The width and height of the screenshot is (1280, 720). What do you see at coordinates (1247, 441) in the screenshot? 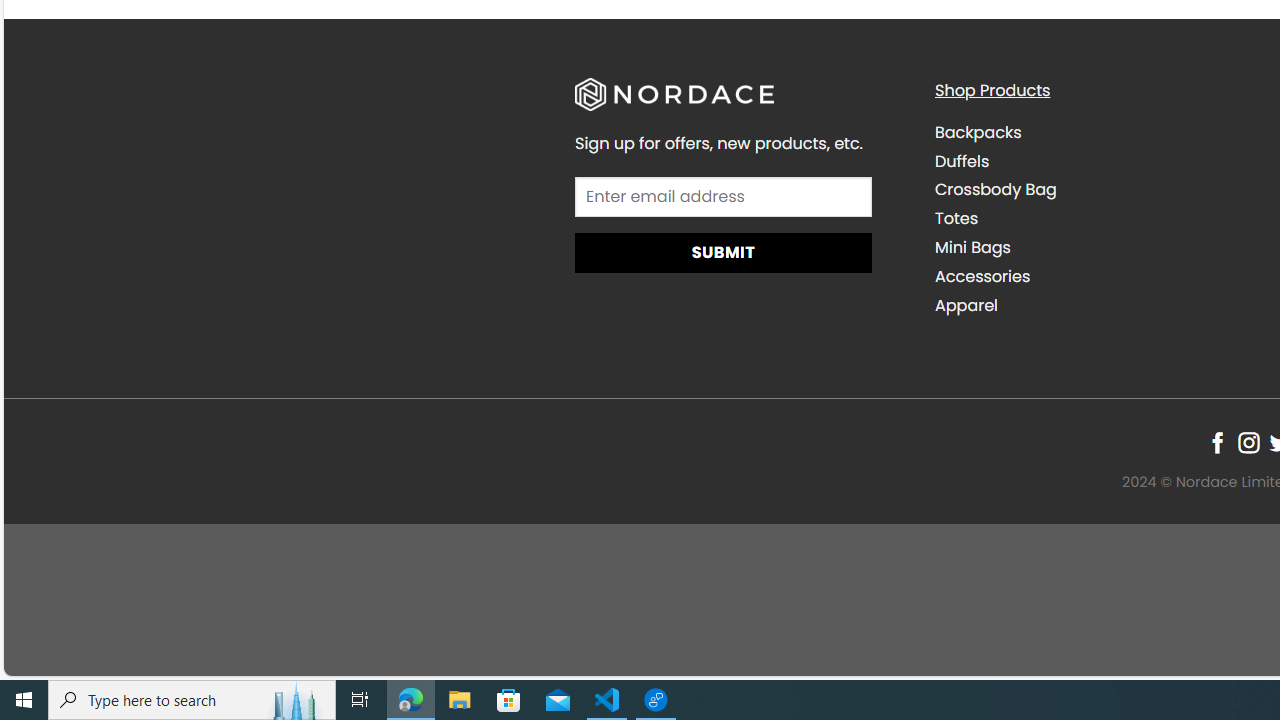
I see `'Follow on Instagram'` at bounding box center [1247, 441].